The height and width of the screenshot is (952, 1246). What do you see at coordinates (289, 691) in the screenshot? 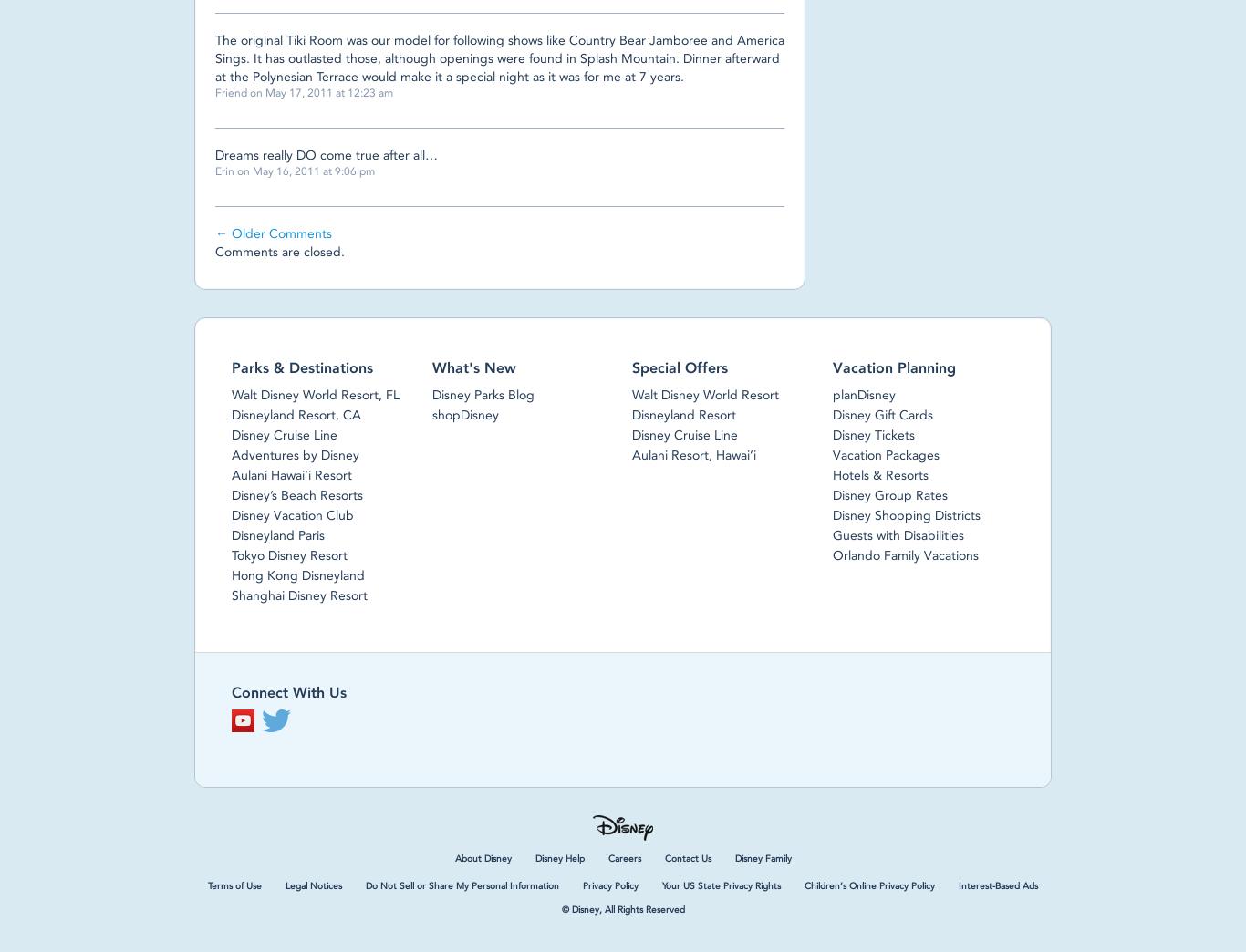
I see `'Connect With Us'` at bounding box center [289, 691].